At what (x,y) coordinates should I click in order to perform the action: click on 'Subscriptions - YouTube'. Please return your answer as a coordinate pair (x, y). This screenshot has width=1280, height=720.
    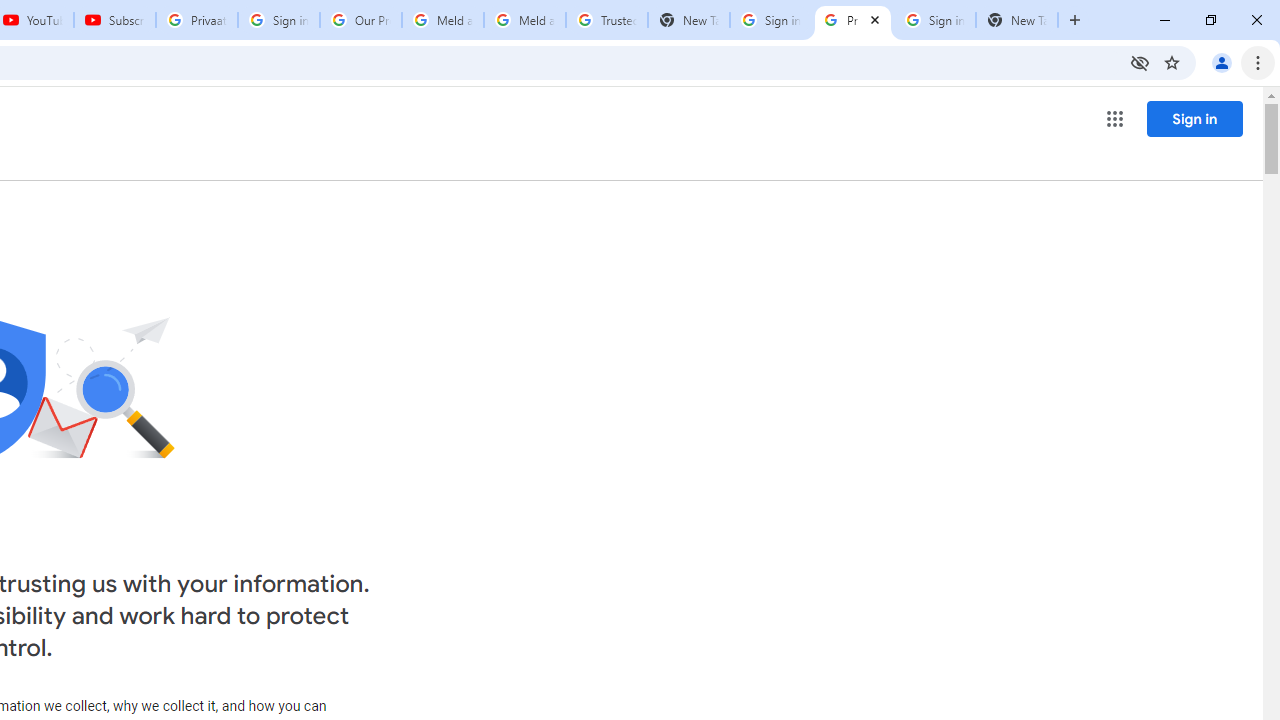
    Looking at the image, I should click on (114, 20).